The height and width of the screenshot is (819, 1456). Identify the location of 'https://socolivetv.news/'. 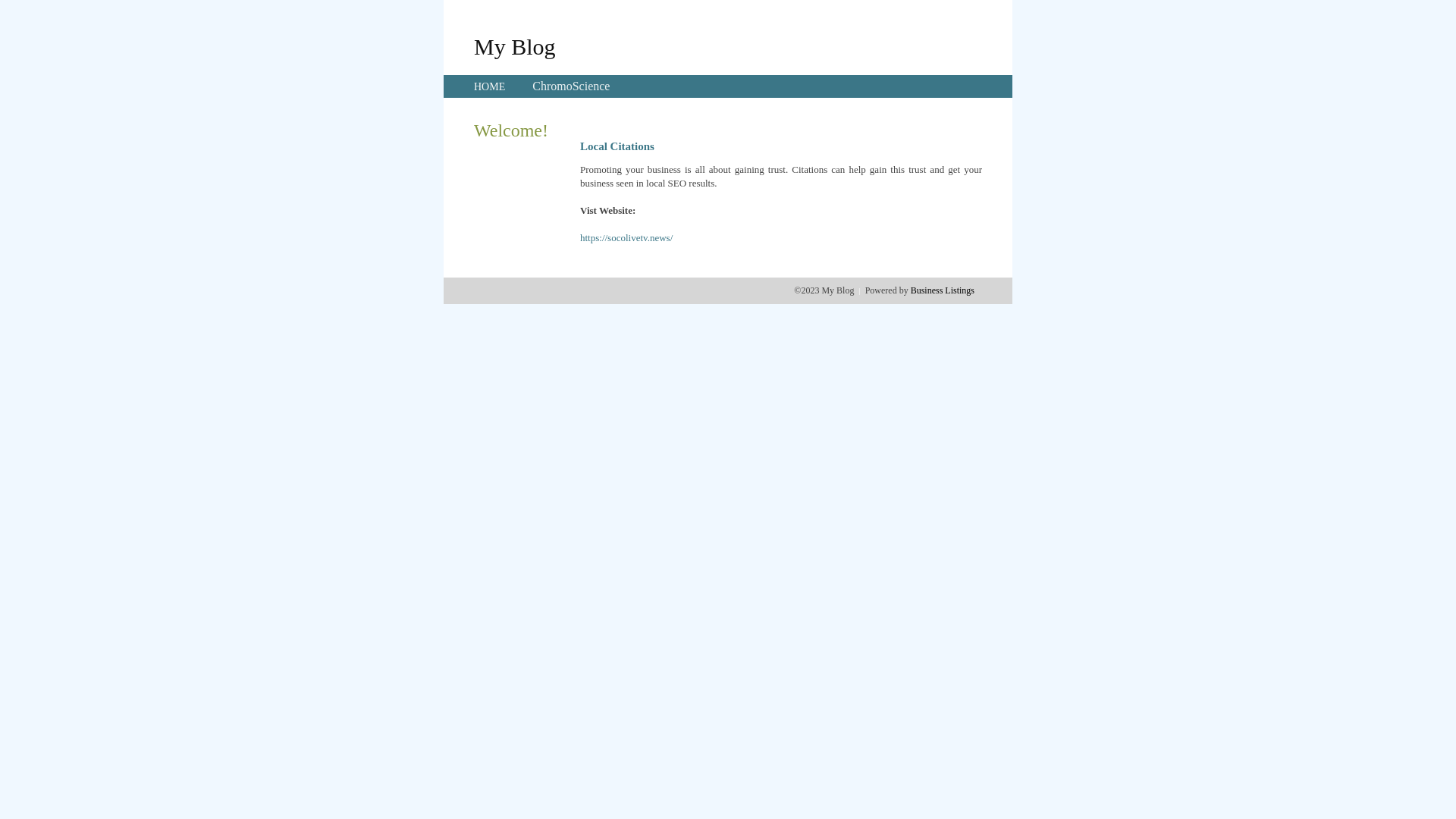
(579, 237).